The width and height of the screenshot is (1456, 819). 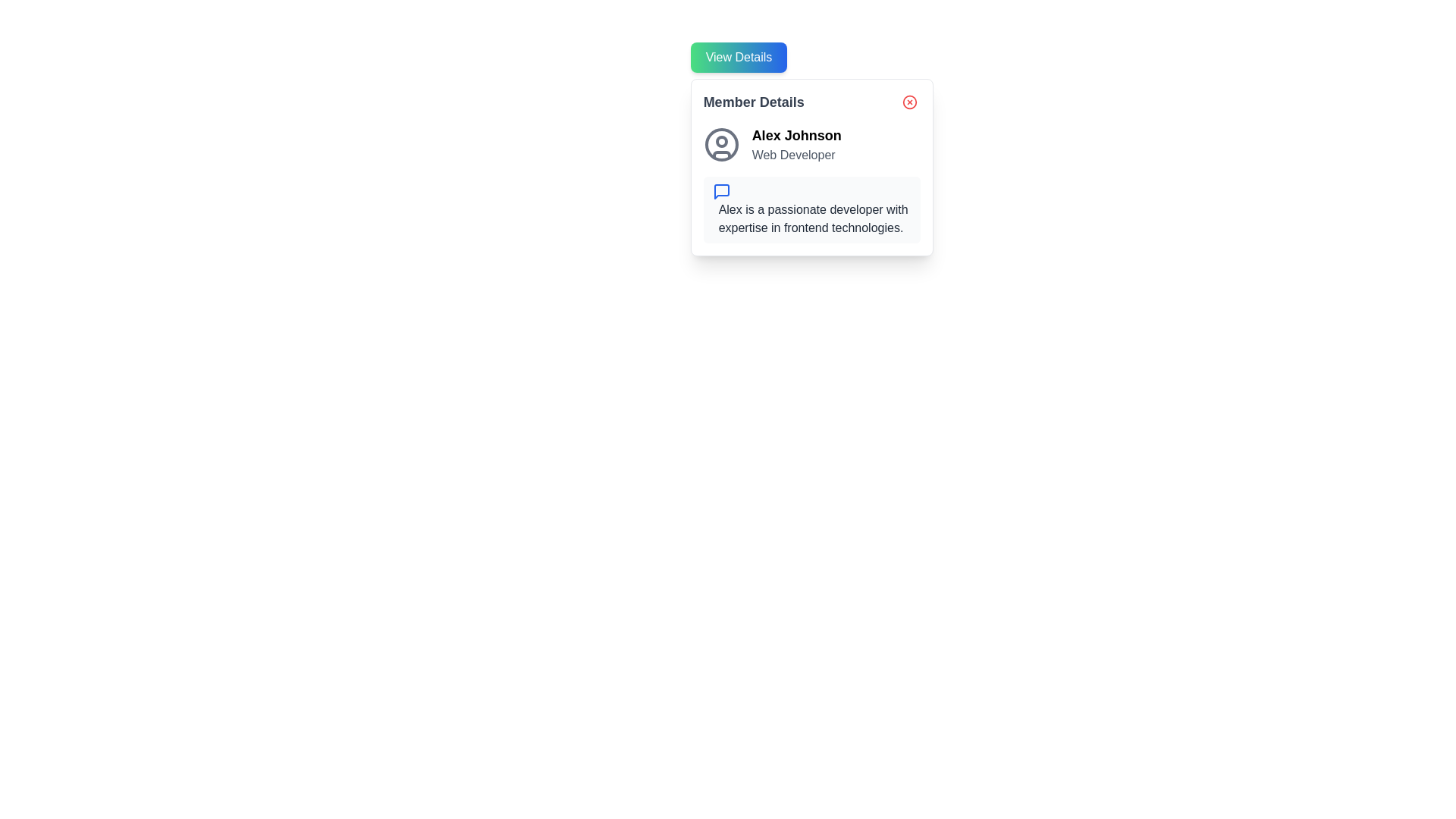 What do you see at coordinates (720, 191) in the screenshot?
I see `the messaging icon located at the top left corner of the descriptive text area under the 'Alex Johnson' title` at bounding box center [720, 191].